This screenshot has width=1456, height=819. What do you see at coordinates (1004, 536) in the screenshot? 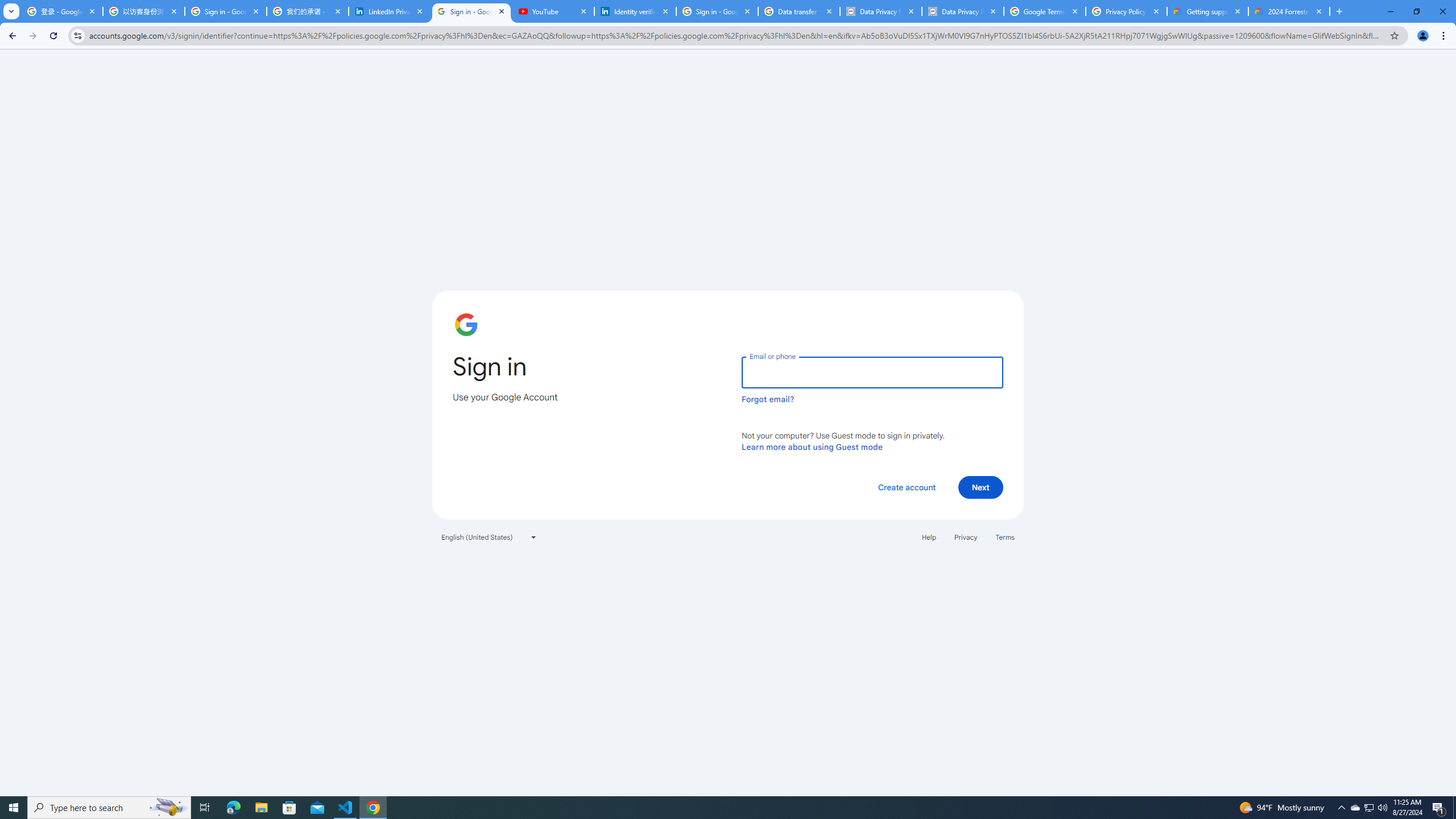
I see `'Terms'` at bounding box center [1004, 536].